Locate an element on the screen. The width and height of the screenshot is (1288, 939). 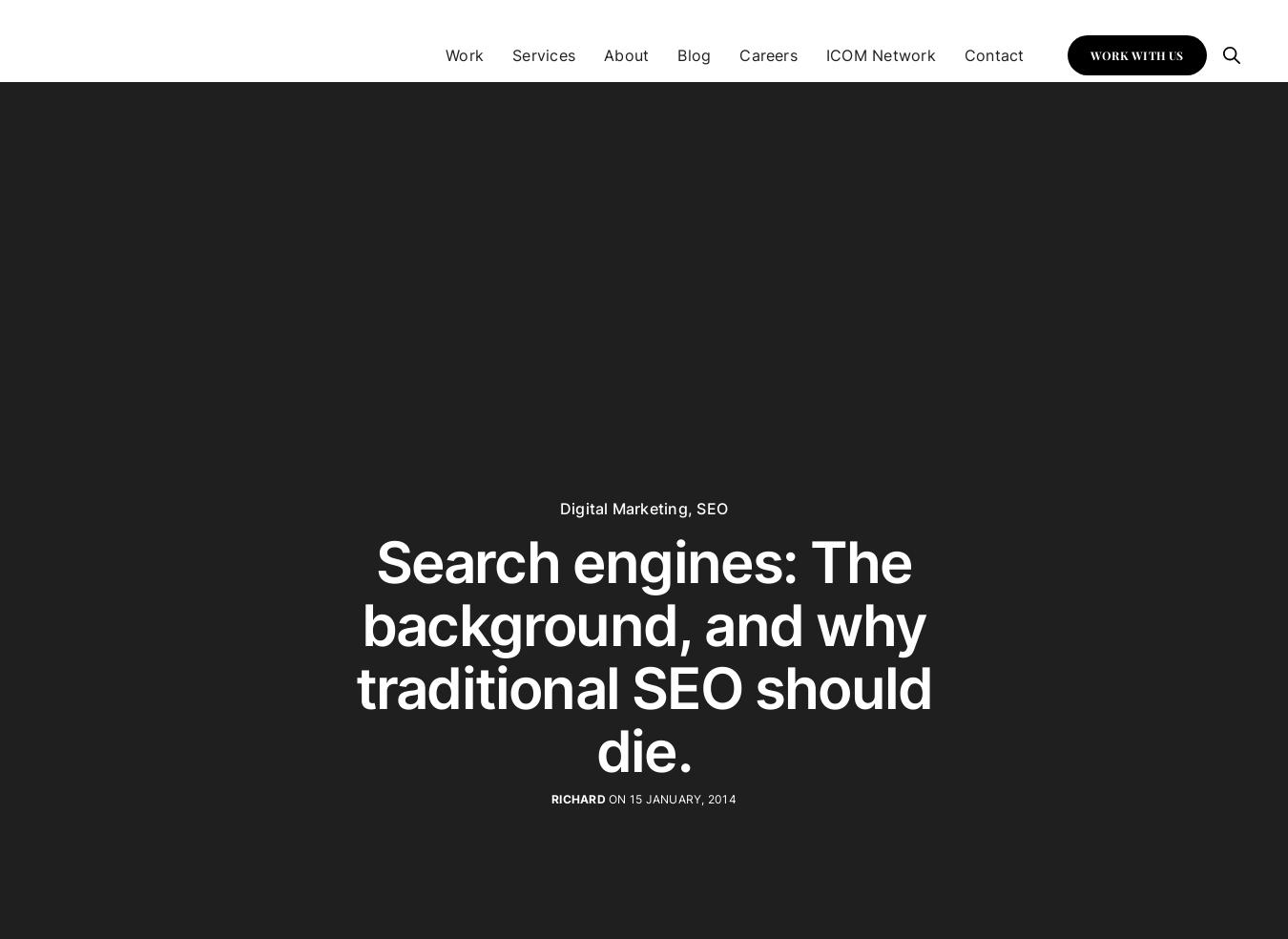
'ICOM Network' is located at coordinates (824, 53).